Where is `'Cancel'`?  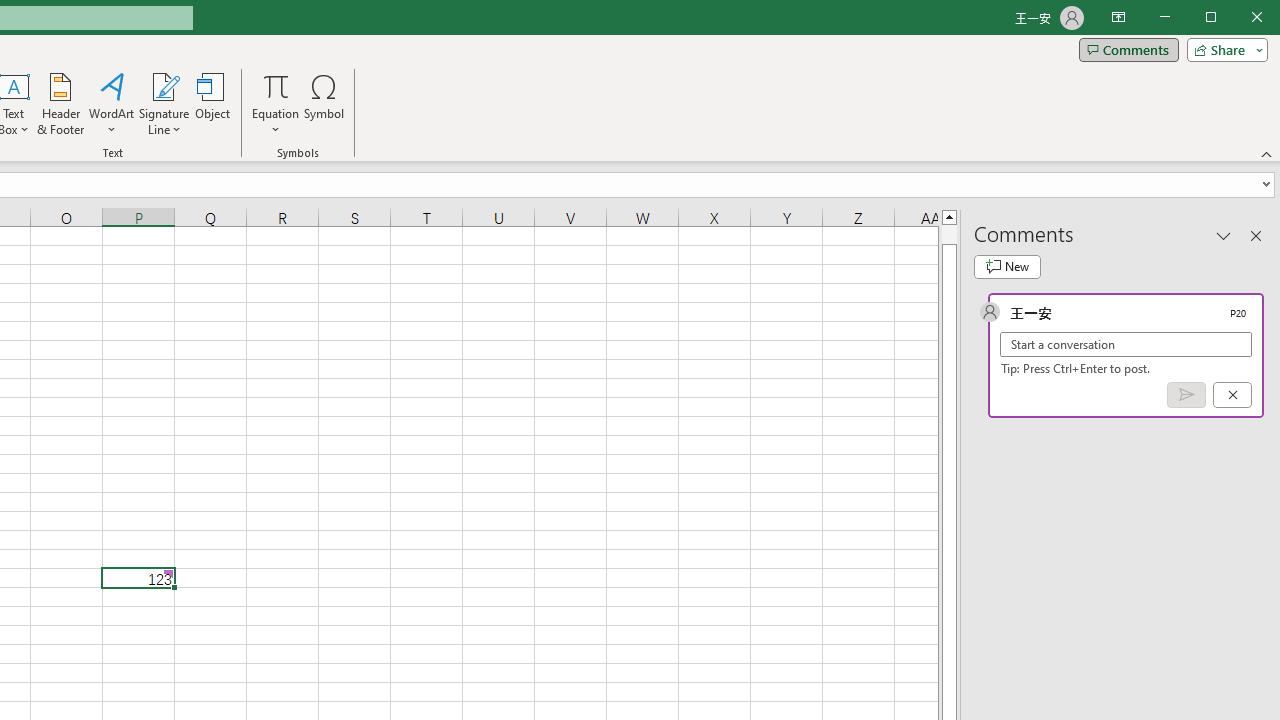
'Cancel' is located at coordinates (1231, 395).